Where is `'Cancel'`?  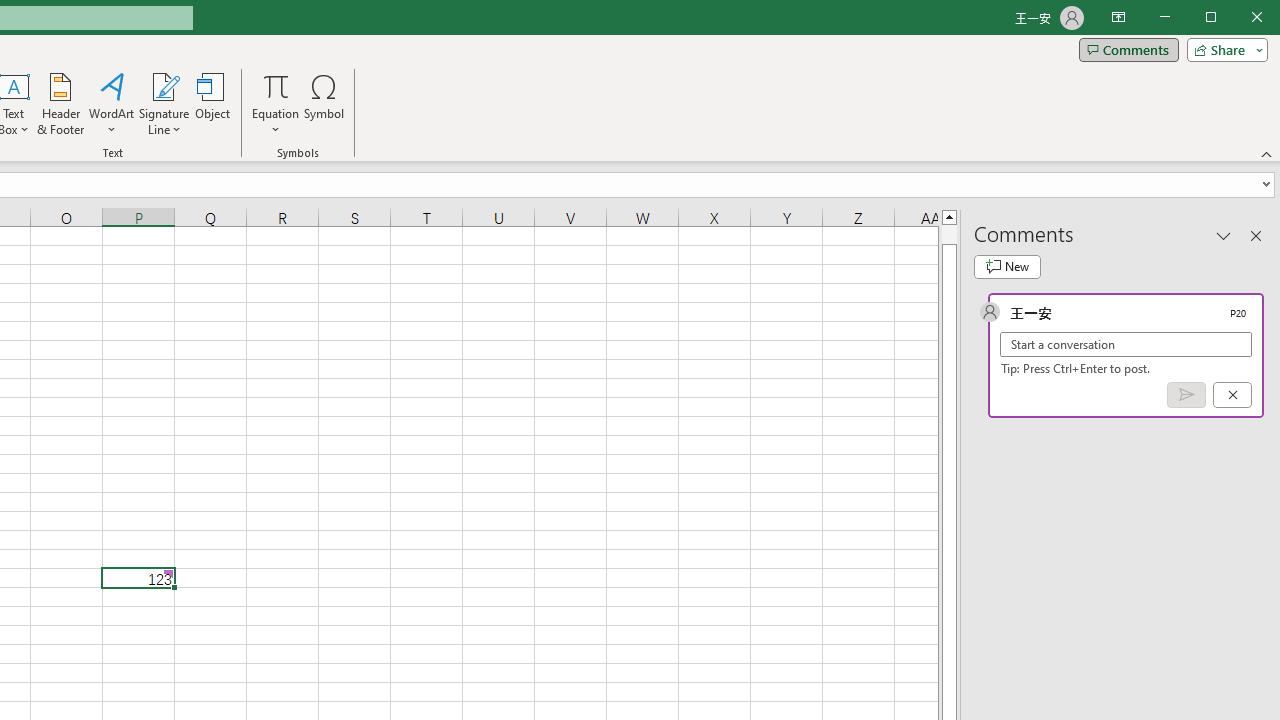
'Cancel' is located at coordinates (1231, 395).